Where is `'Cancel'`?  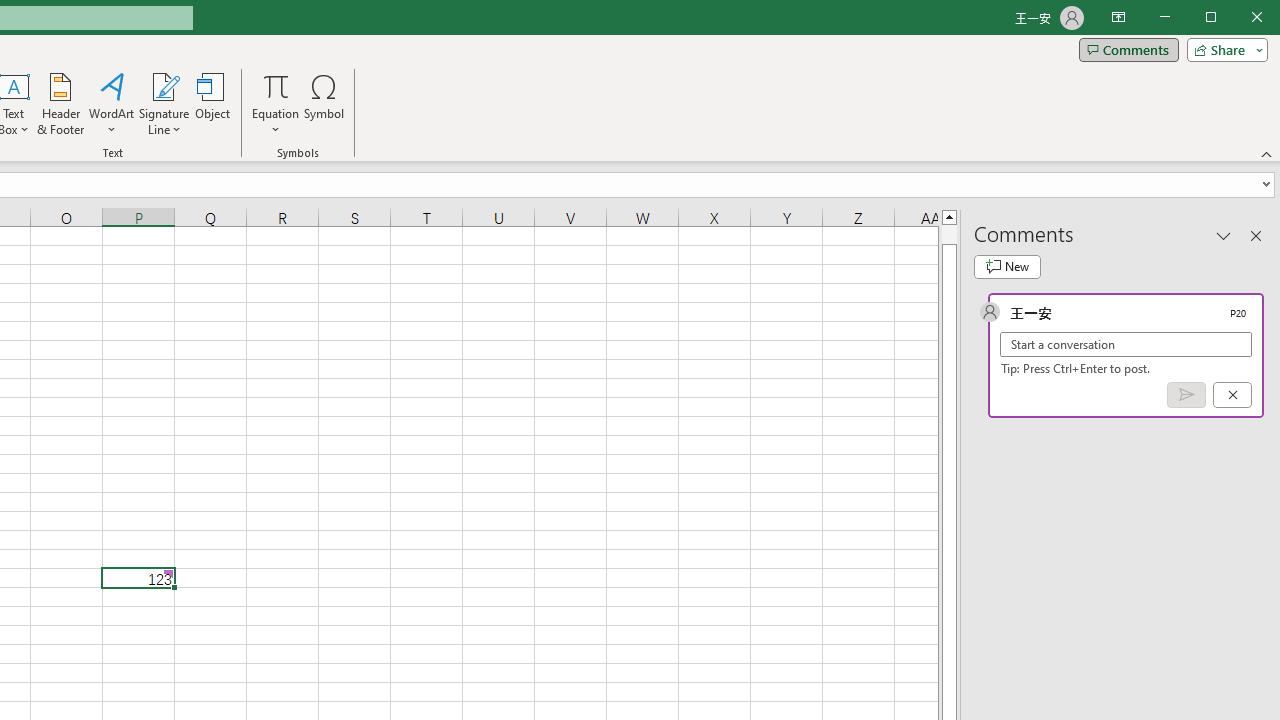
'Cancel' is located at coordinates (1231, 395).